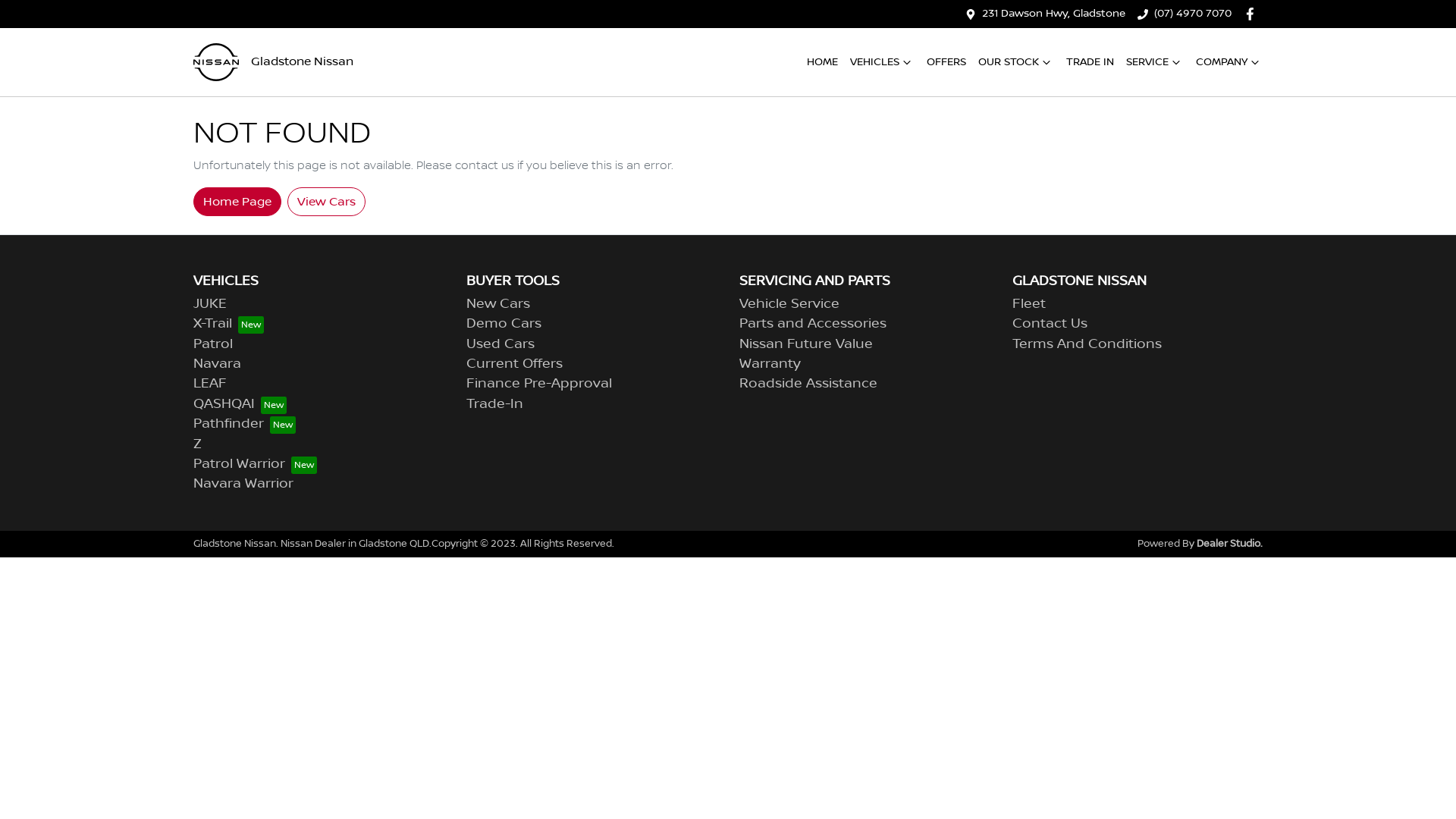  What do you see at coordinates (739, 344) in the screenshot?
I see `'Nissan Future Value'` at bounding box center [739, 344].